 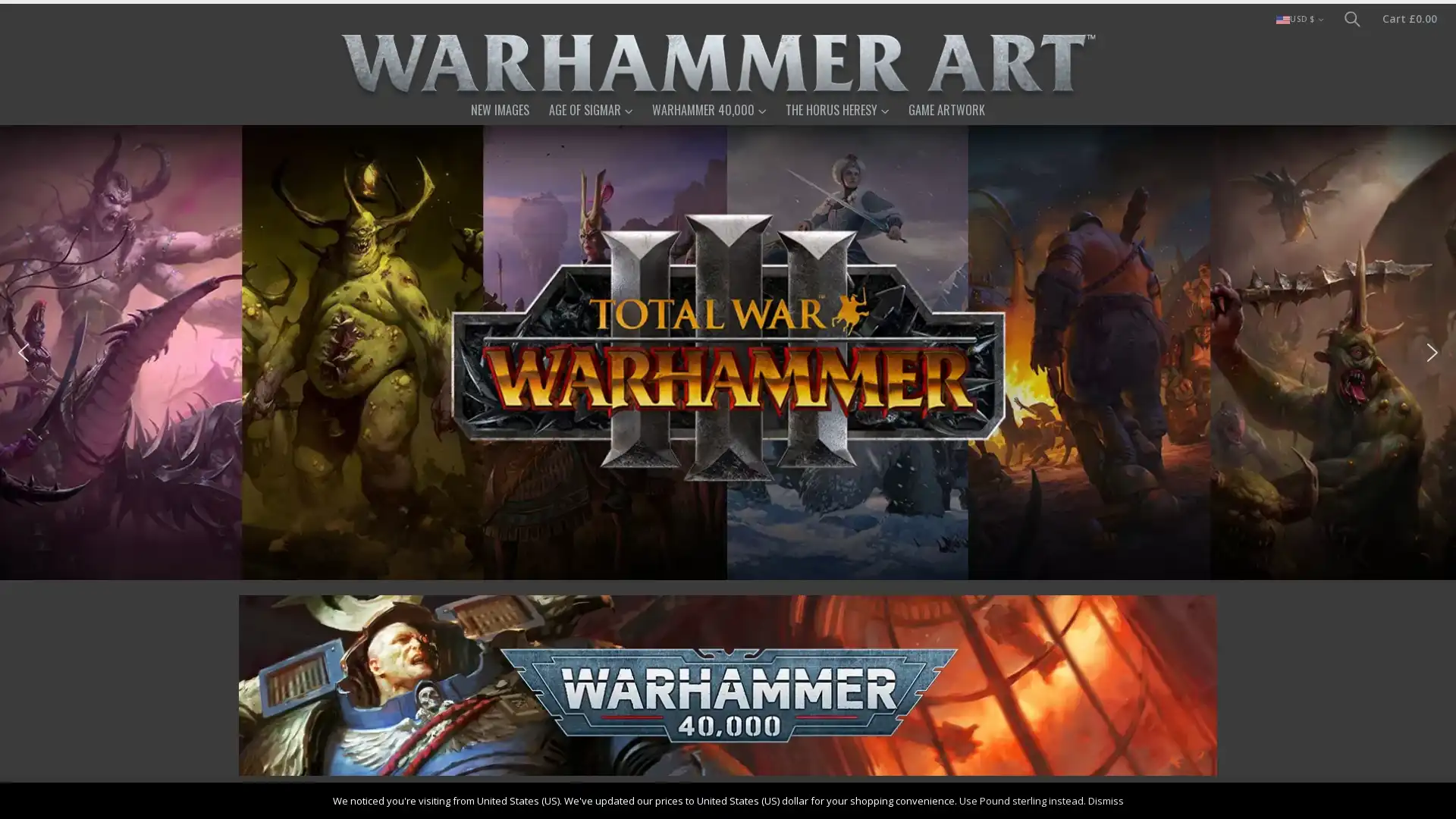 I want to click on previous arrow, so click(x=23, y=351).